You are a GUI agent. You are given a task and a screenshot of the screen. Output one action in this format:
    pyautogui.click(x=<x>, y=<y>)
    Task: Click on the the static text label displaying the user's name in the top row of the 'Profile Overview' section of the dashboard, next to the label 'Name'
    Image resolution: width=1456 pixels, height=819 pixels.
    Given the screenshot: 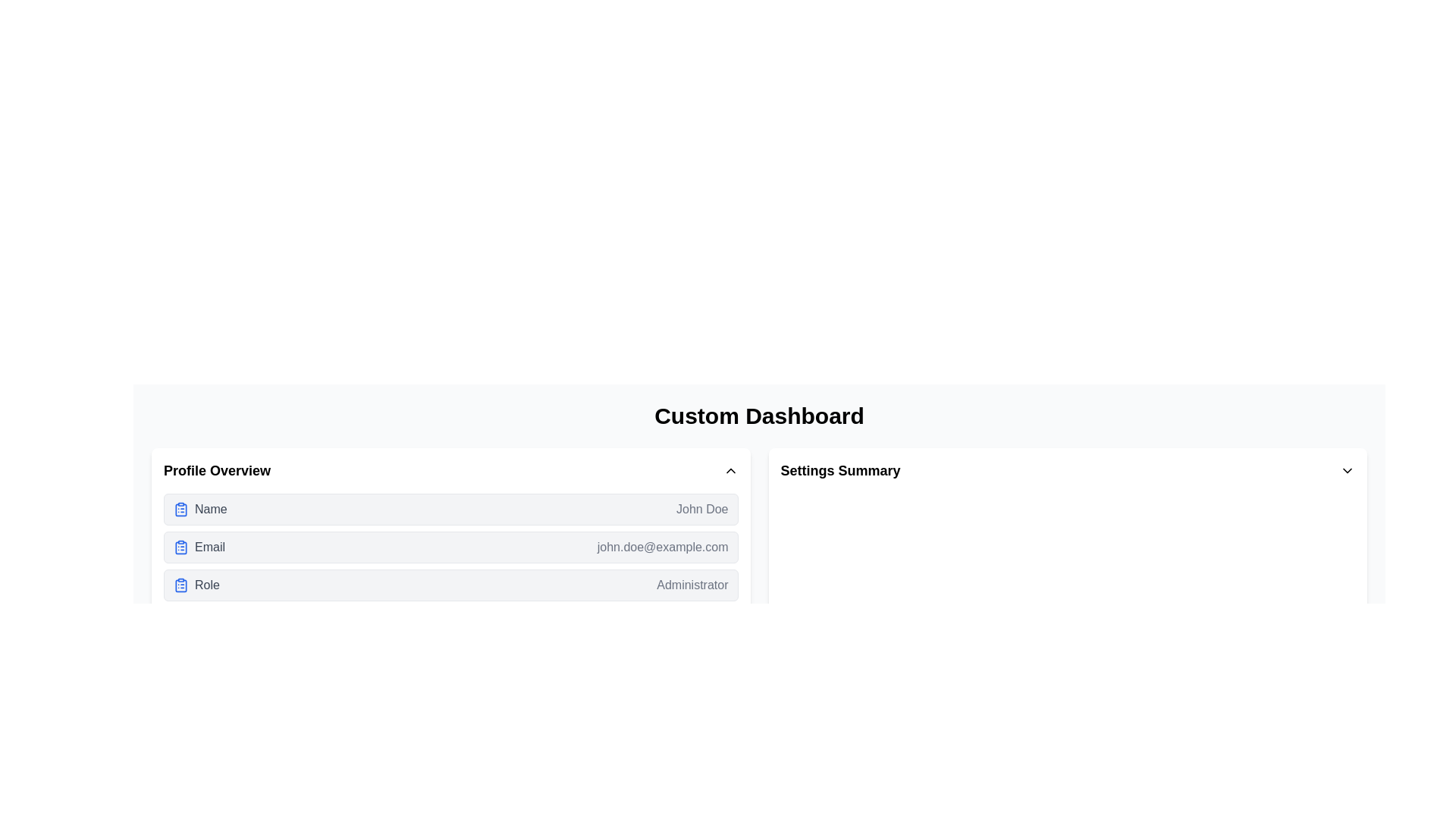 What is the action you would take?
    pyautogui.click(x=701, y=509)
    